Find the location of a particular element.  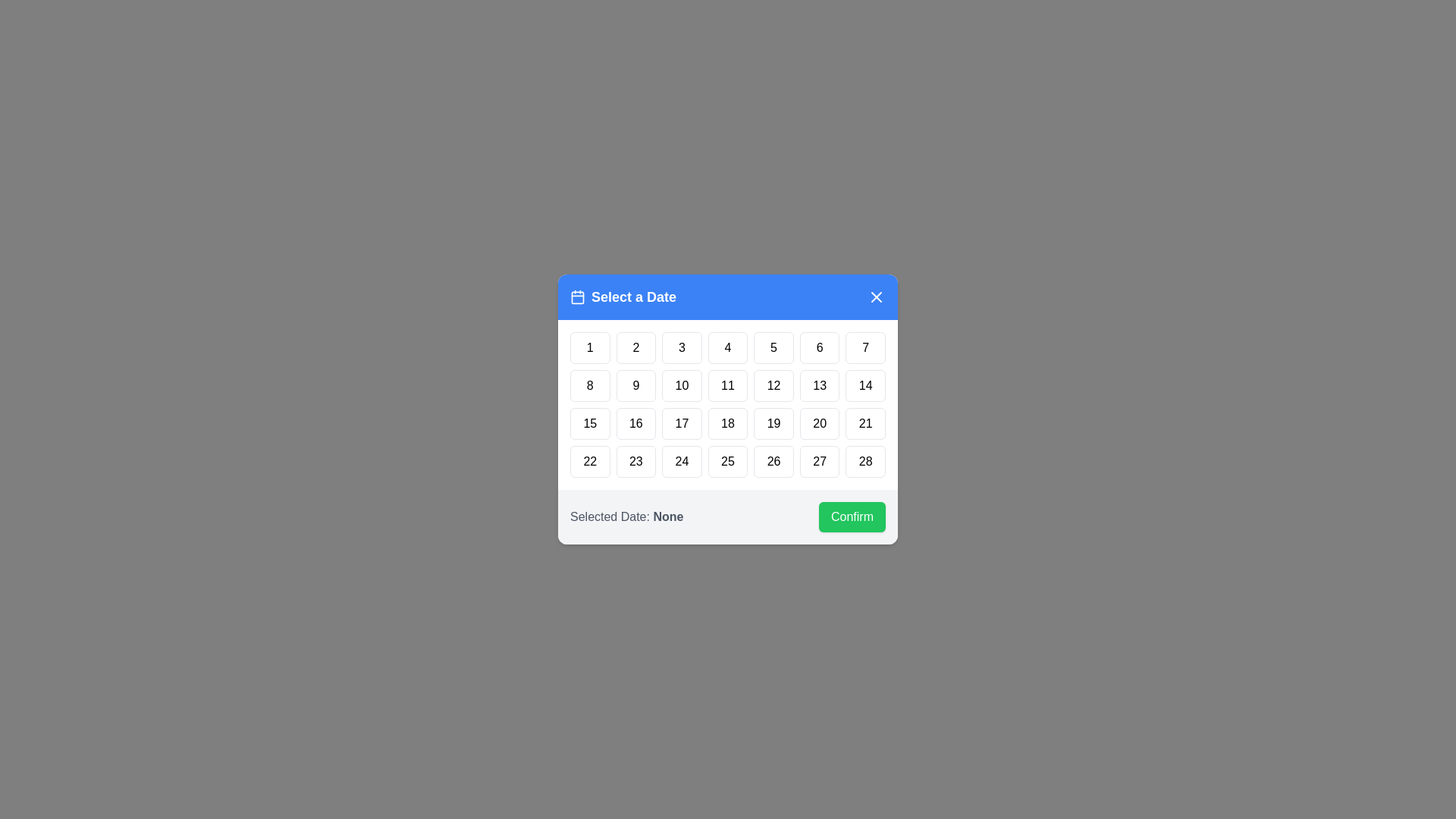

the day button labeled 27 to highlight it is located at coordinates (818, 461).